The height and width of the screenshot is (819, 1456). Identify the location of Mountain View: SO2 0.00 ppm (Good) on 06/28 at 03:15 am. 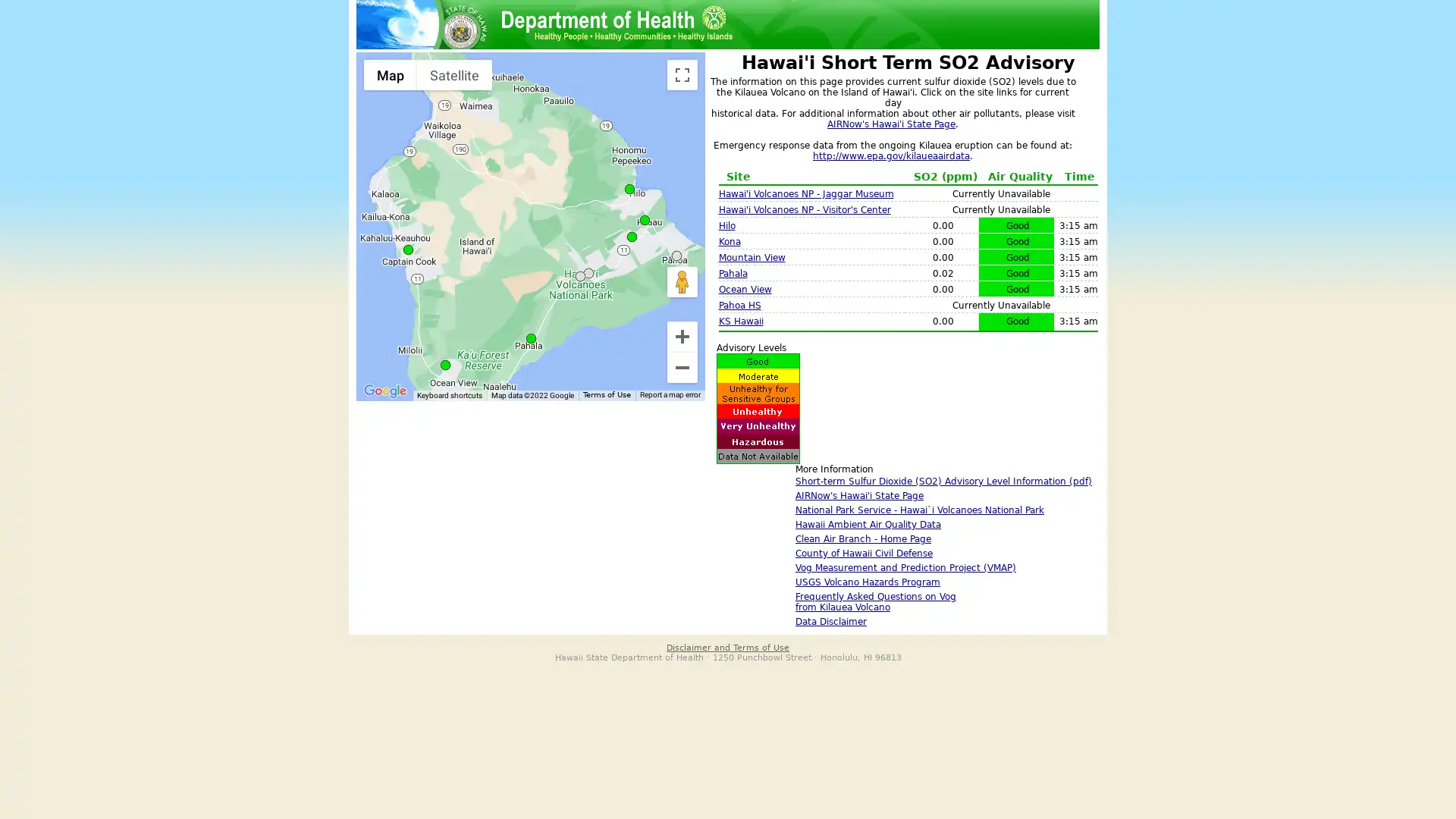
(632, 237).